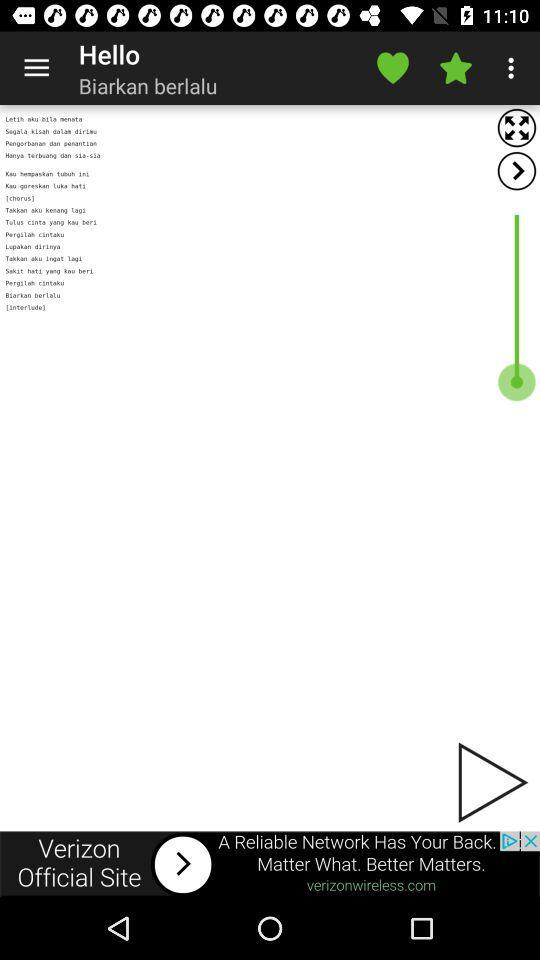 The width and height of the screenshot is (540, 960). What do you see at coordinates (516, 170) in the screenshot?
I see `go forward` at bounding box center [516, 170].